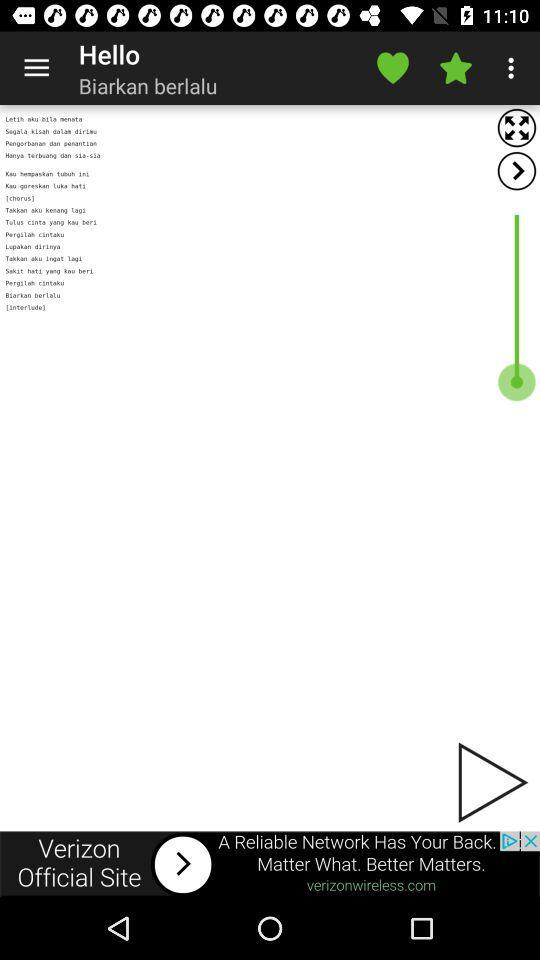 The width and height of the screenshot is (540, 960). What do you see at coordinates (516, 170) in the screenshot?
I see `go forward` at bounding box center [516, 170].